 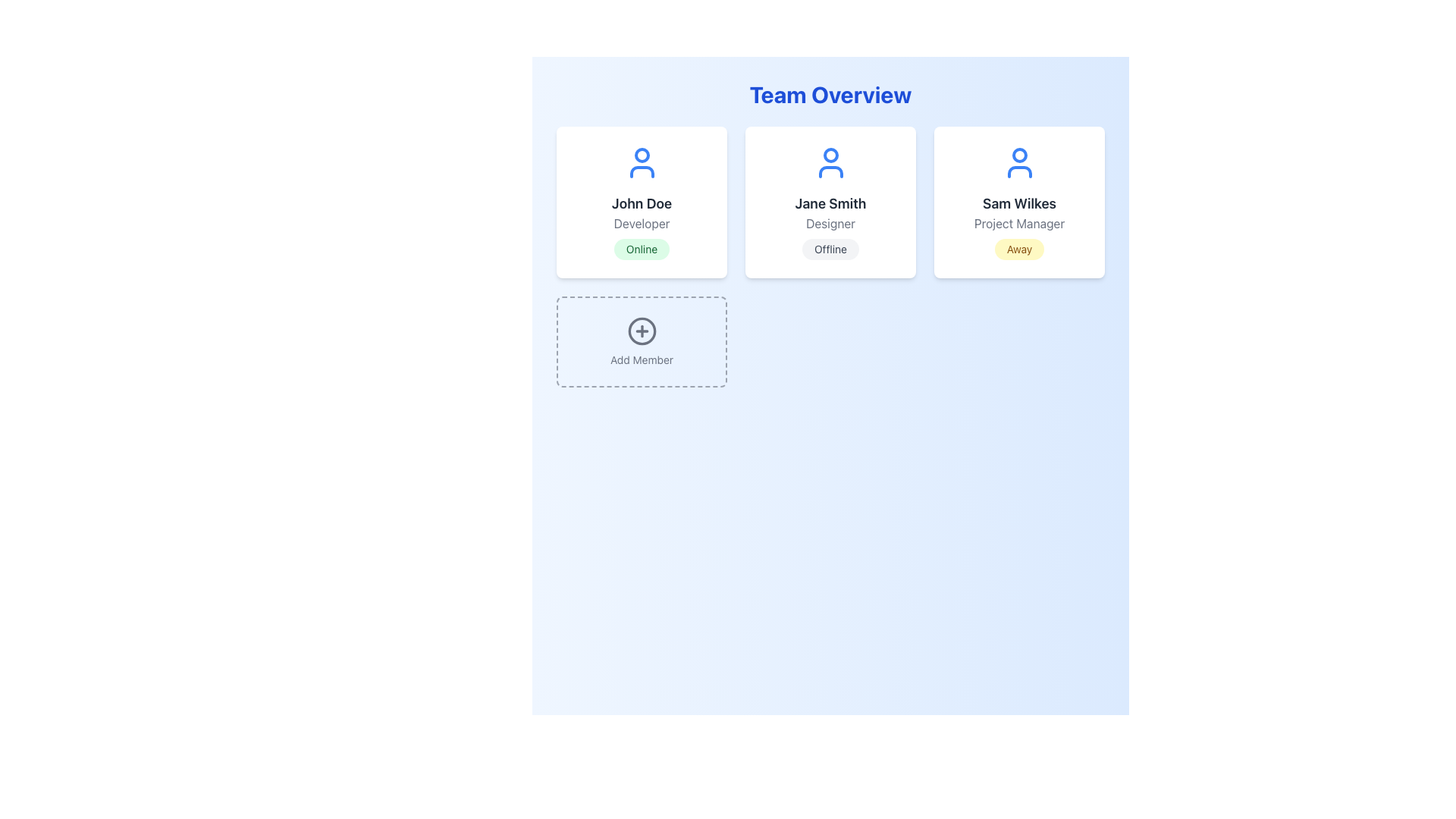 I want to click on the decorative icon representing the user profile of 'Sam Wilkes - Project Manager', which is located above the title text, so click(x=1019, y=163).